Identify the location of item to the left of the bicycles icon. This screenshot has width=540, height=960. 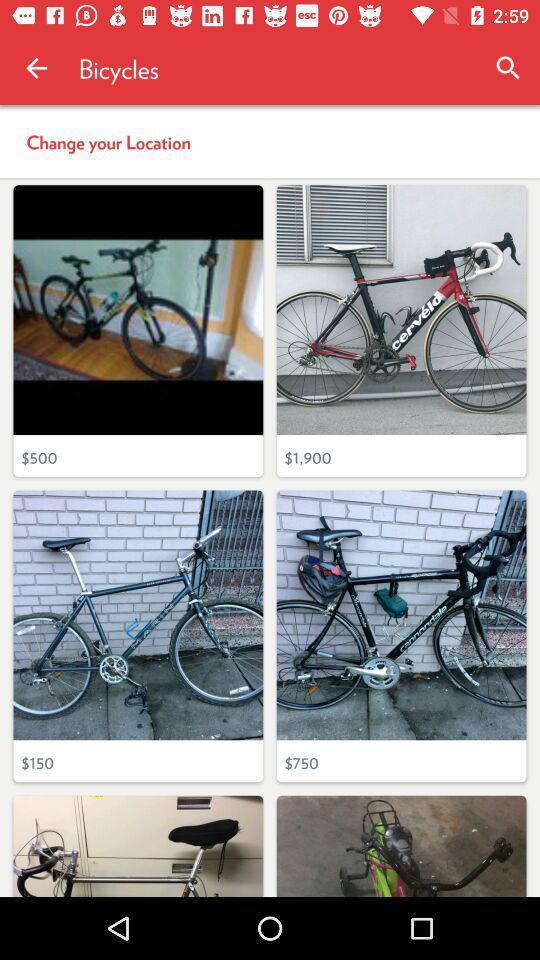
(36, 68).